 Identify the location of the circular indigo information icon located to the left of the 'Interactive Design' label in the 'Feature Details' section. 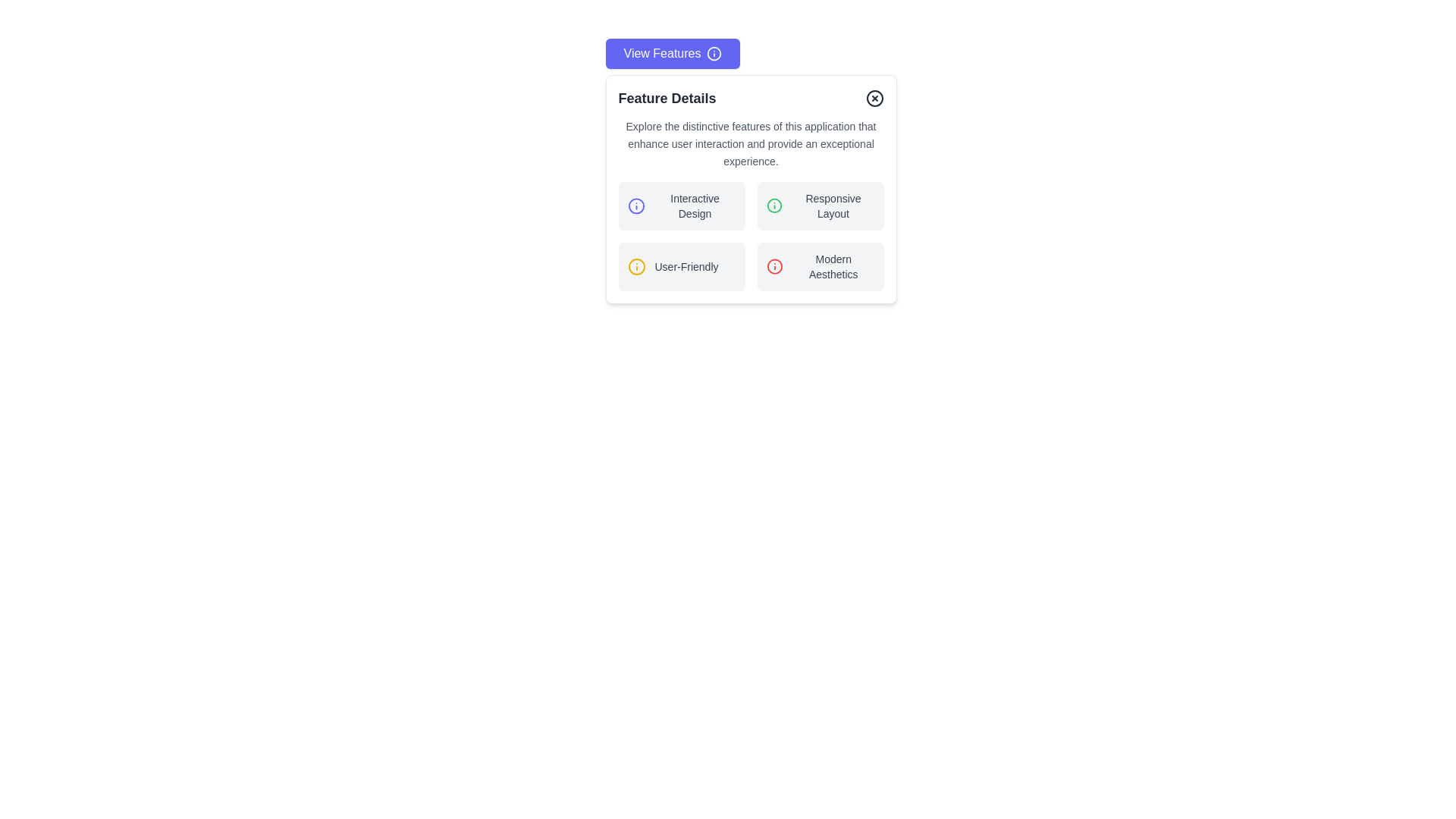
(636, 206).